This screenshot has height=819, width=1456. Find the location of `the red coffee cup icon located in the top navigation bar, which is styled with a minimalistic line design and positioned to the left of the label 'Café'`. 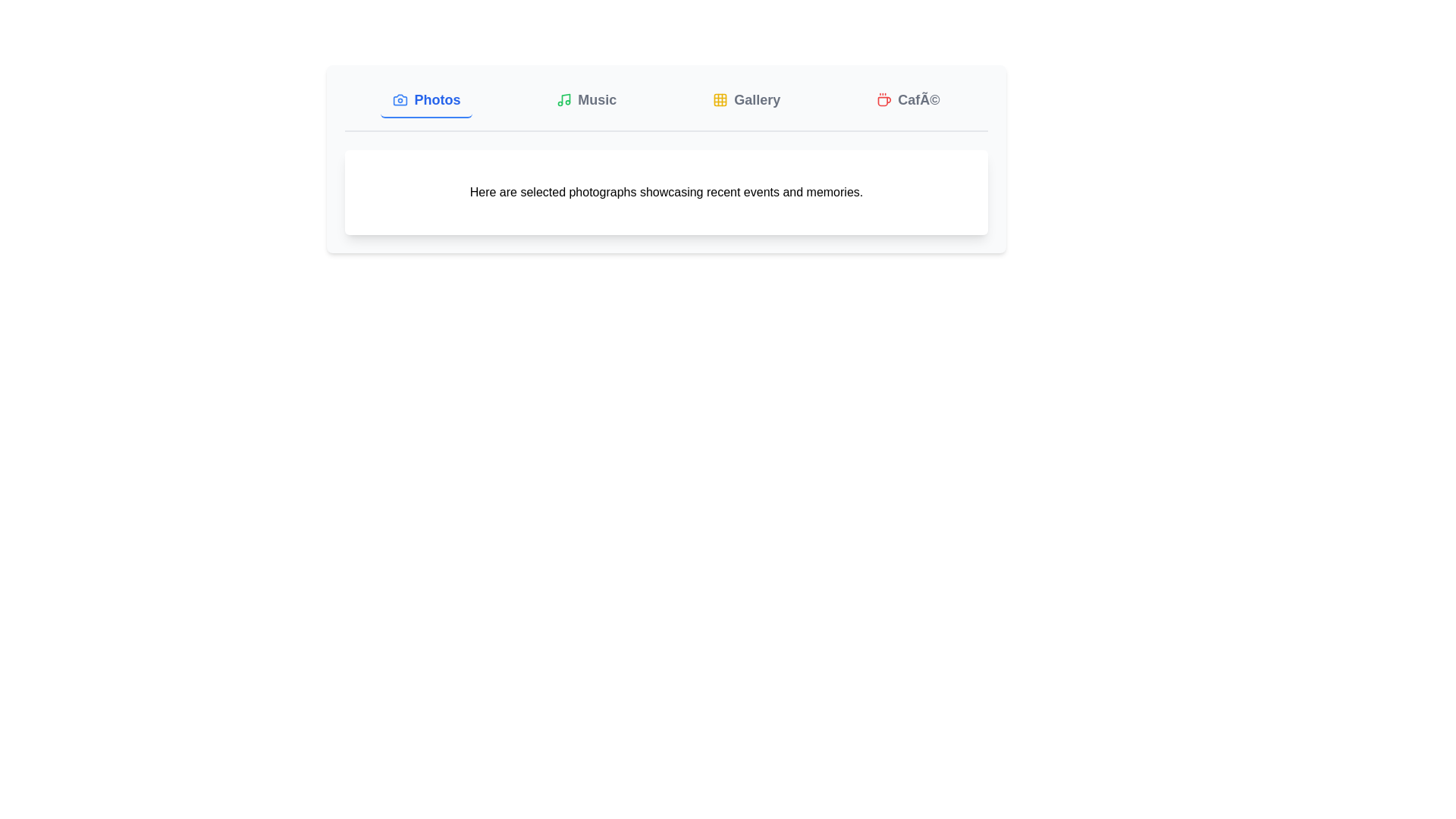

the red coffee cup icon located in the top navigation bar, which is styled with a minimalistic line design and positioned to the left of the label 'Café' is located at coordinates (884, 99).